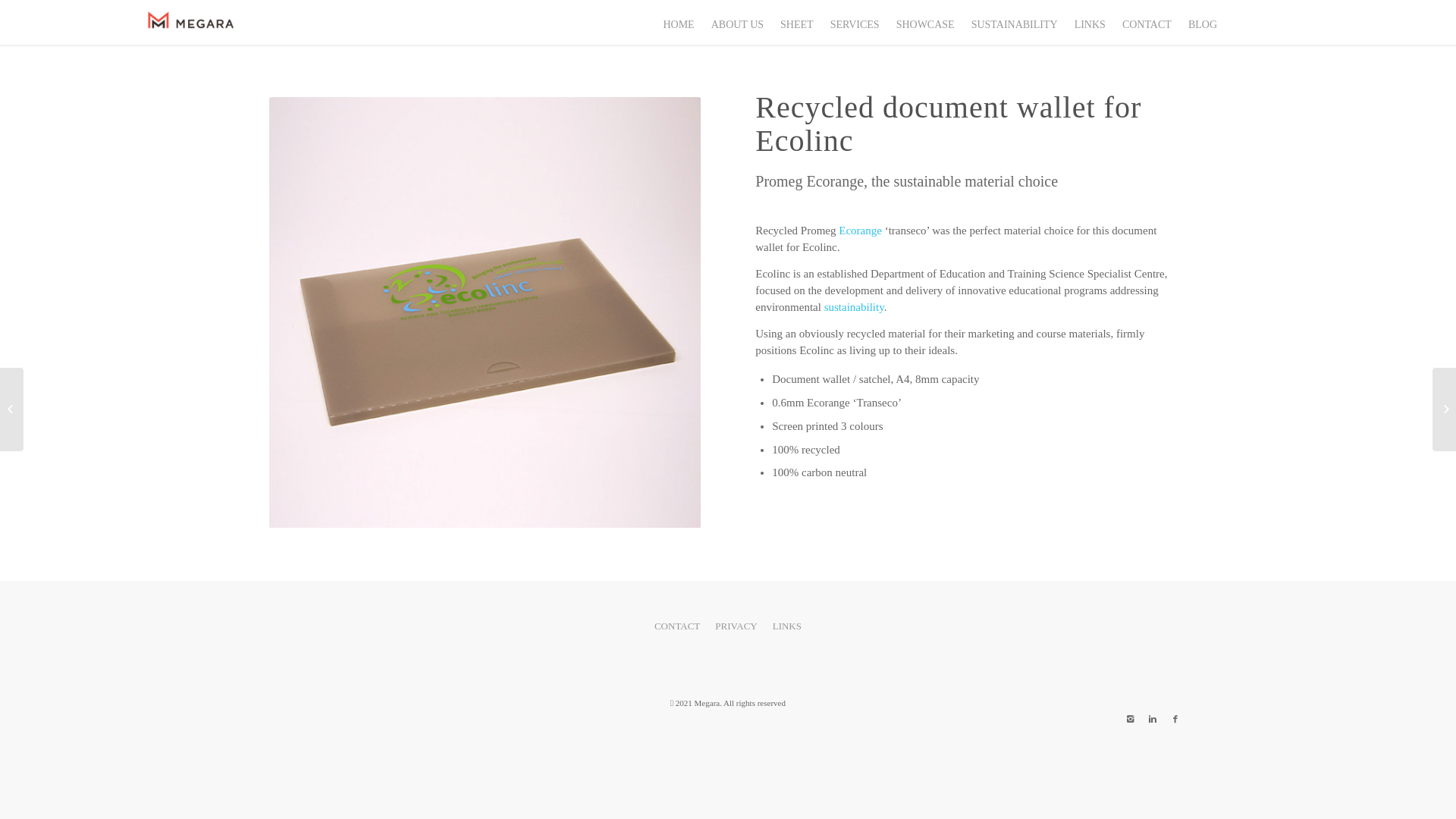 This screenshot has width=1456, height=819. Describe the element at coordinates (654, 22) in the screenshot. I see `'HOME'` at that location.